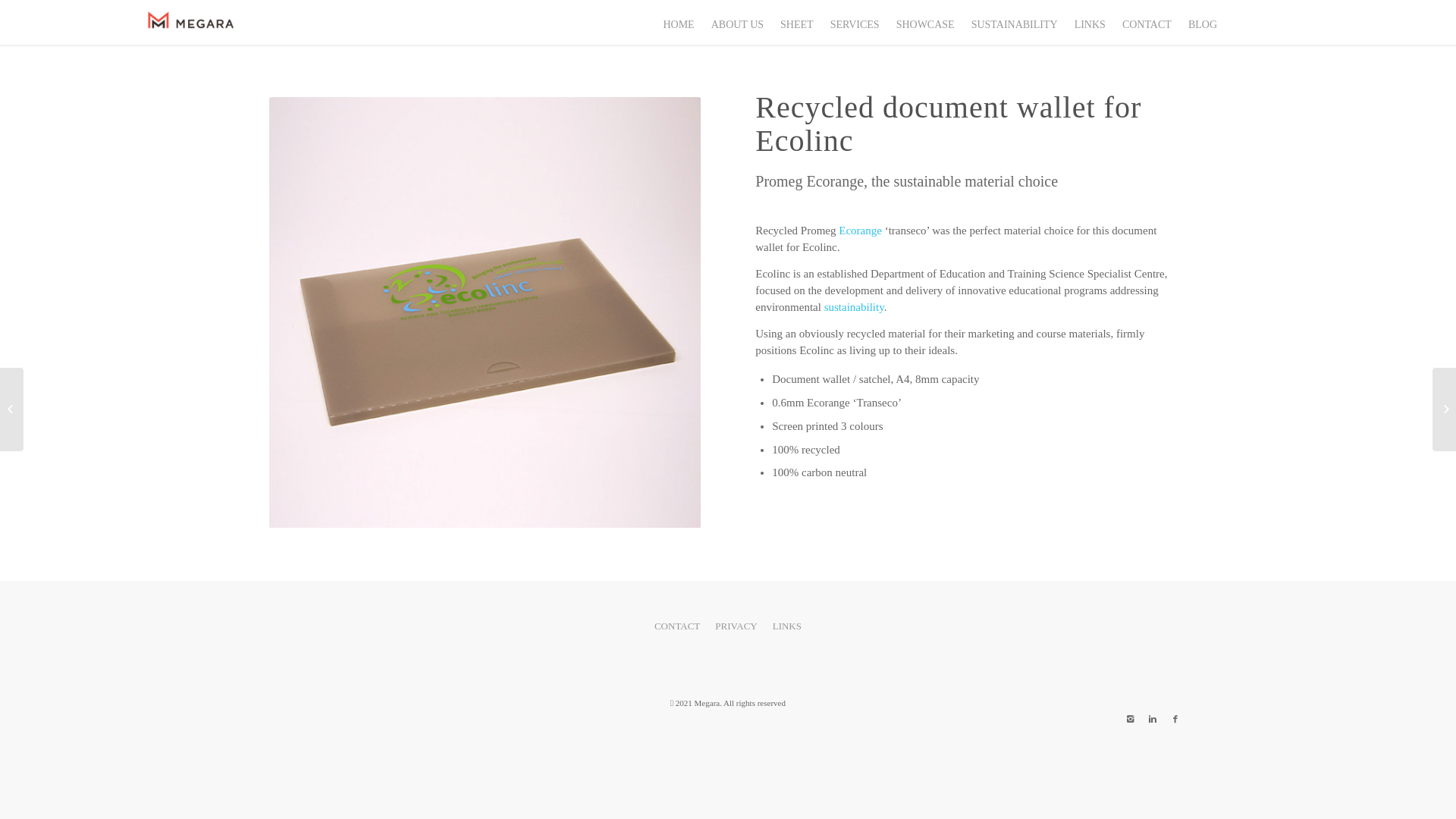 This screenshot has width=1456, height=819. Describe the element at coordinates (654, 22) in the screenshot. I see `'HOME'` at that location.